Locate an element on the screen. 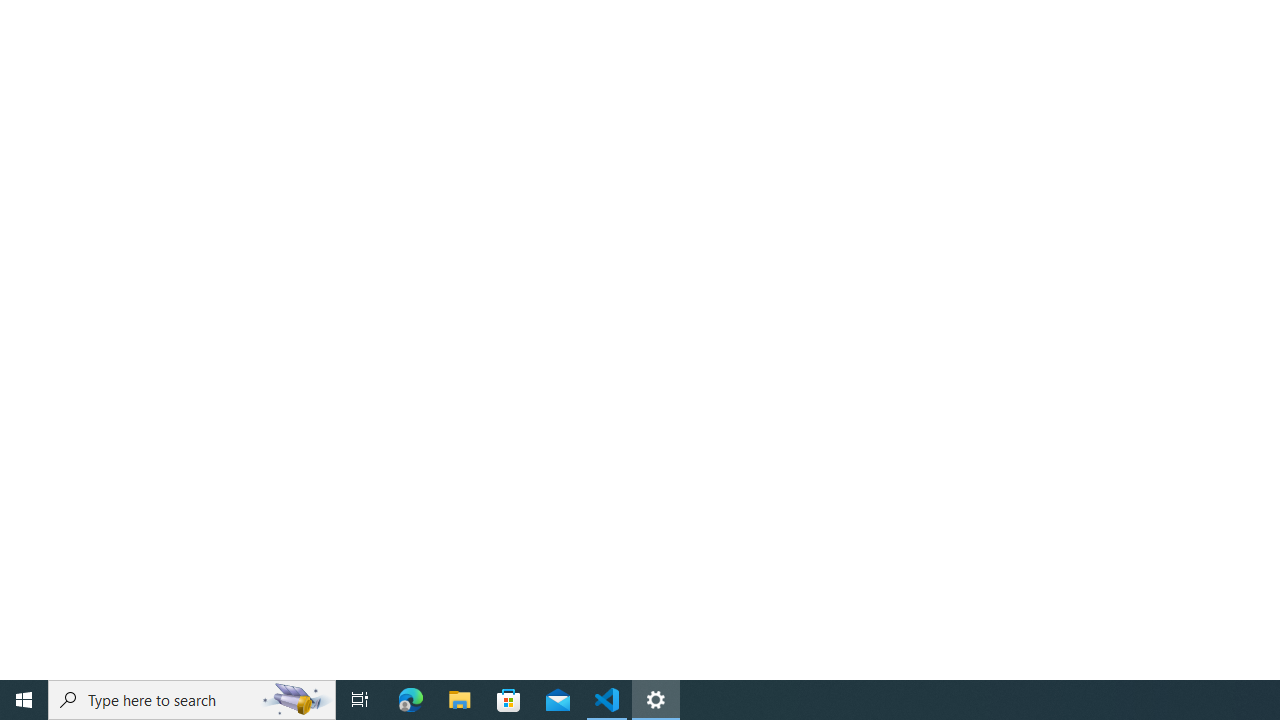 The height and width of the screenshot is (720, 1280). 'Visual Studio Code - 1 running window' is located at coordinates (606, 698).